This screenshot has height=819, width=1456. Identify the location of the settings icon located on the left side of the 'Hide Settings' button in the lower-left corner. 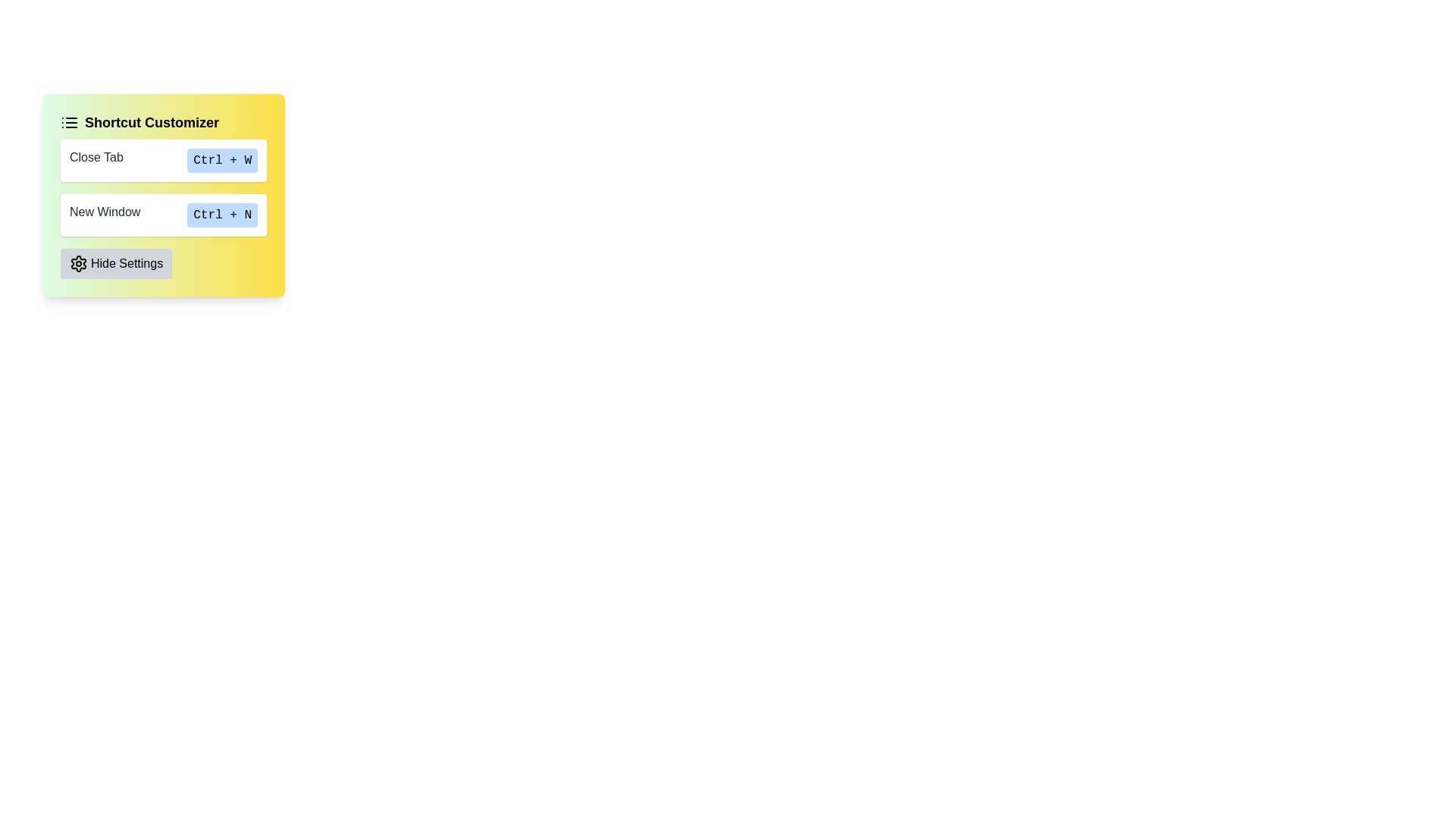
(78, 262).